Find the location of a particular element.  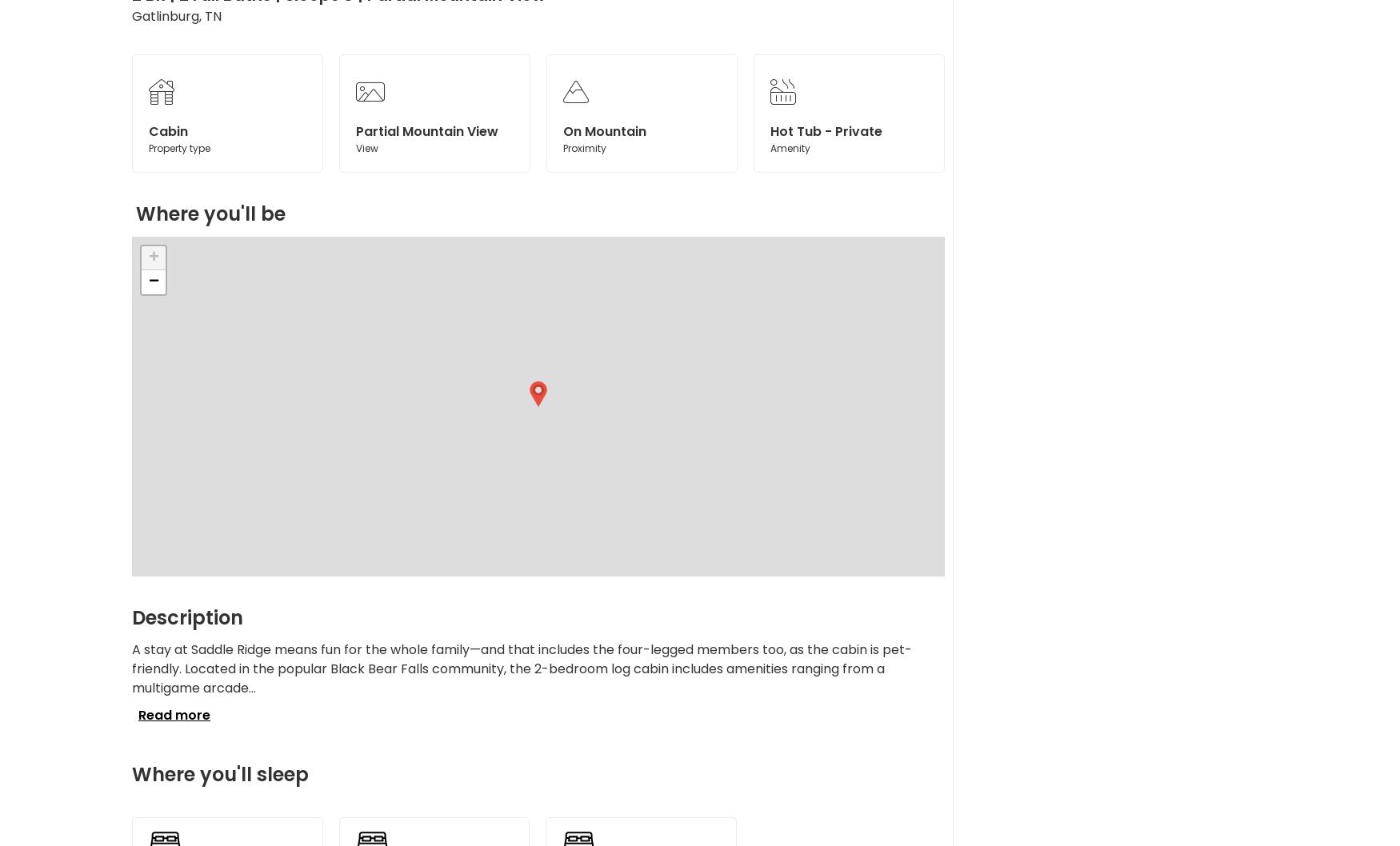

'$79.80' is located at coordinates (311, 318).